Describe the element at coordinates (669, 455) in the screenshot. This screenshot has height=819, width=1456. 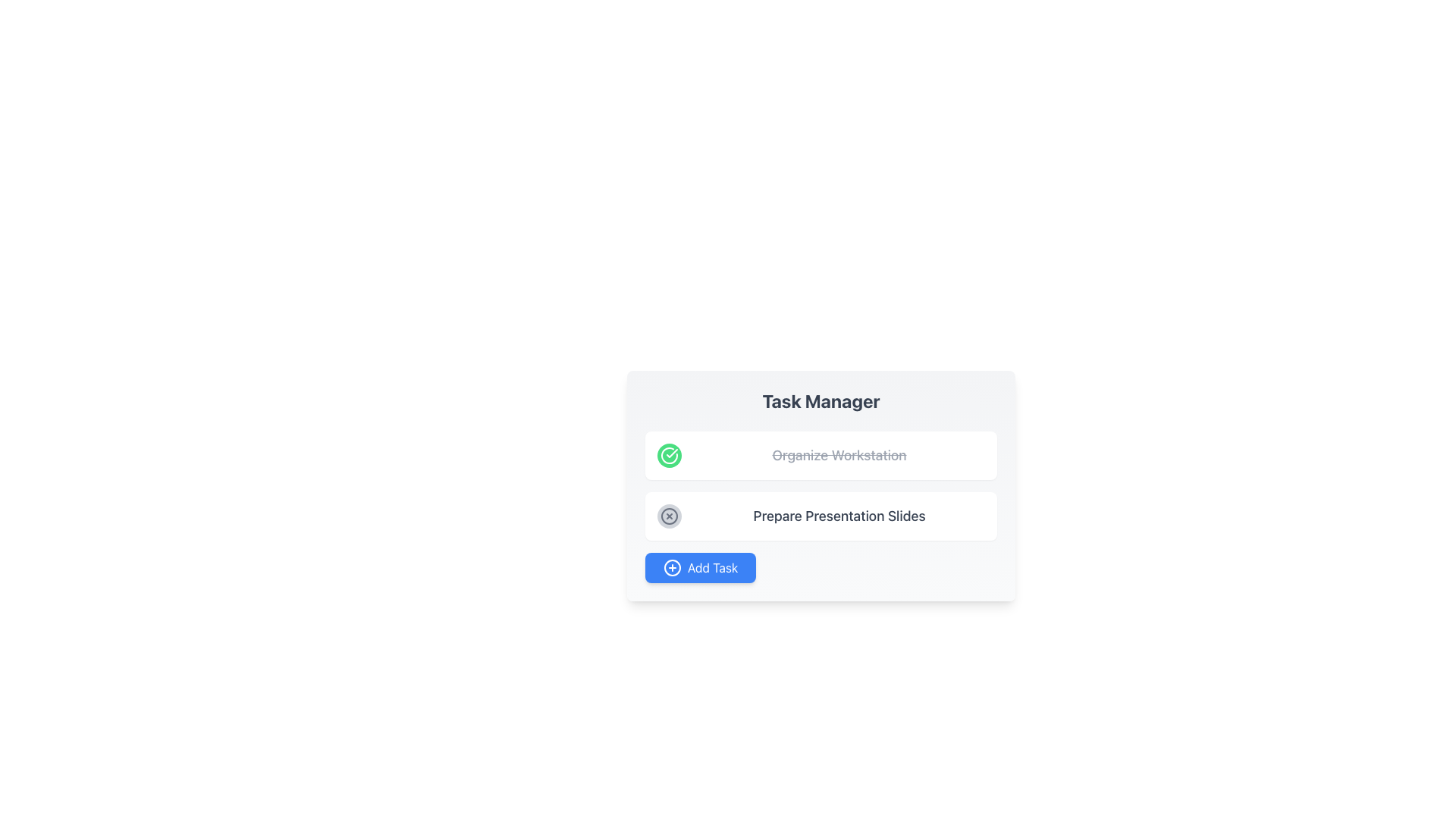
I see `the checkmark circle icon indicating the completion status of the 'Organize Workstation' task in the Task Manager interface` at that location.